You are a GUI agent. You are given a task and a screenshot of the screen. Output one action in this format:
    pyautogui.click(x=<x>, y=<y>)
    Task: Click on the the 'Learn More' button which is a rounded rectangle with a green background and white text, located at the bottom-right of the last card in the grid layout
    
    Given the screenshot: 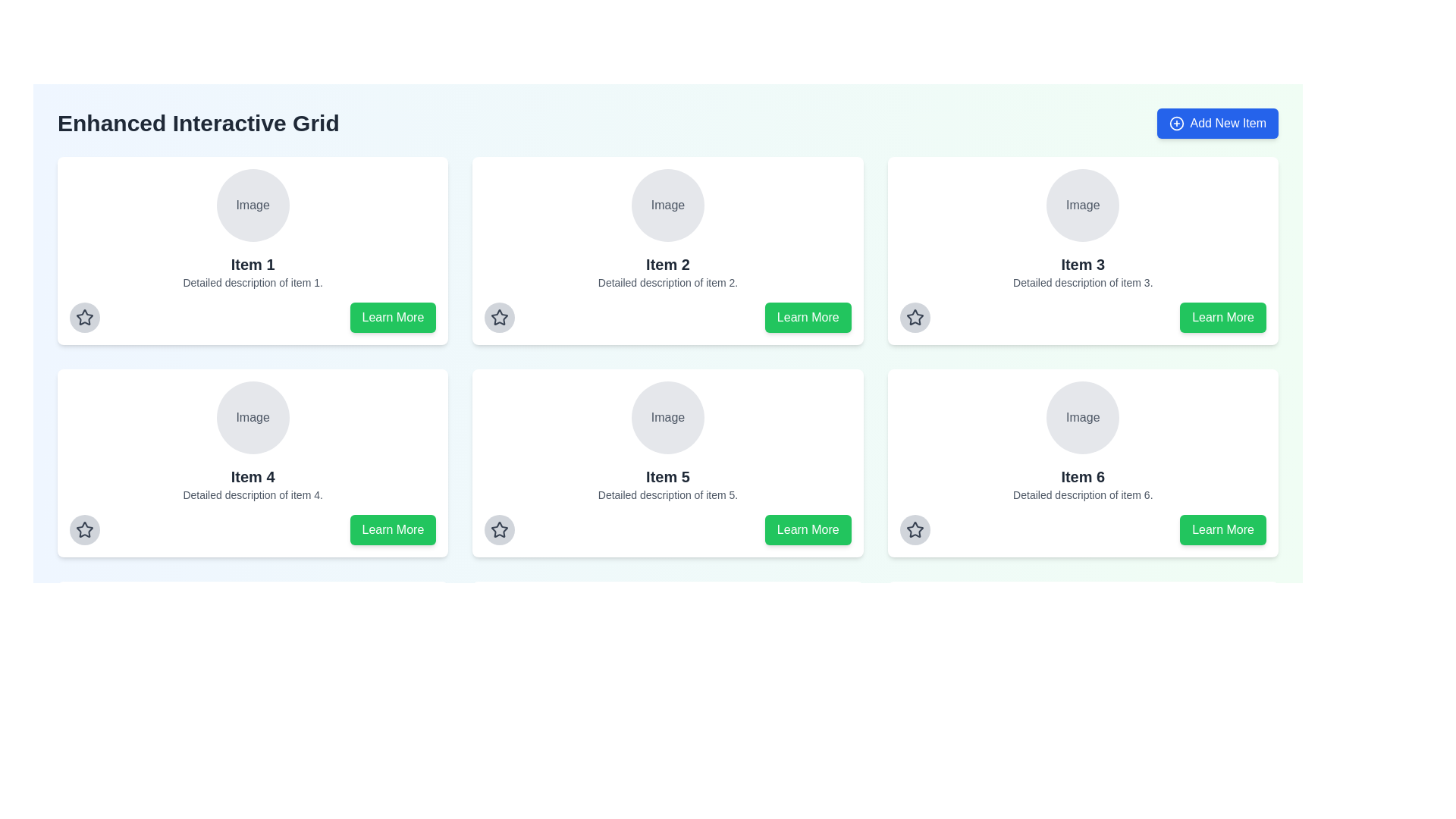 What is the action you would take?
    pyautogui.click(x=1222, y=529)
    